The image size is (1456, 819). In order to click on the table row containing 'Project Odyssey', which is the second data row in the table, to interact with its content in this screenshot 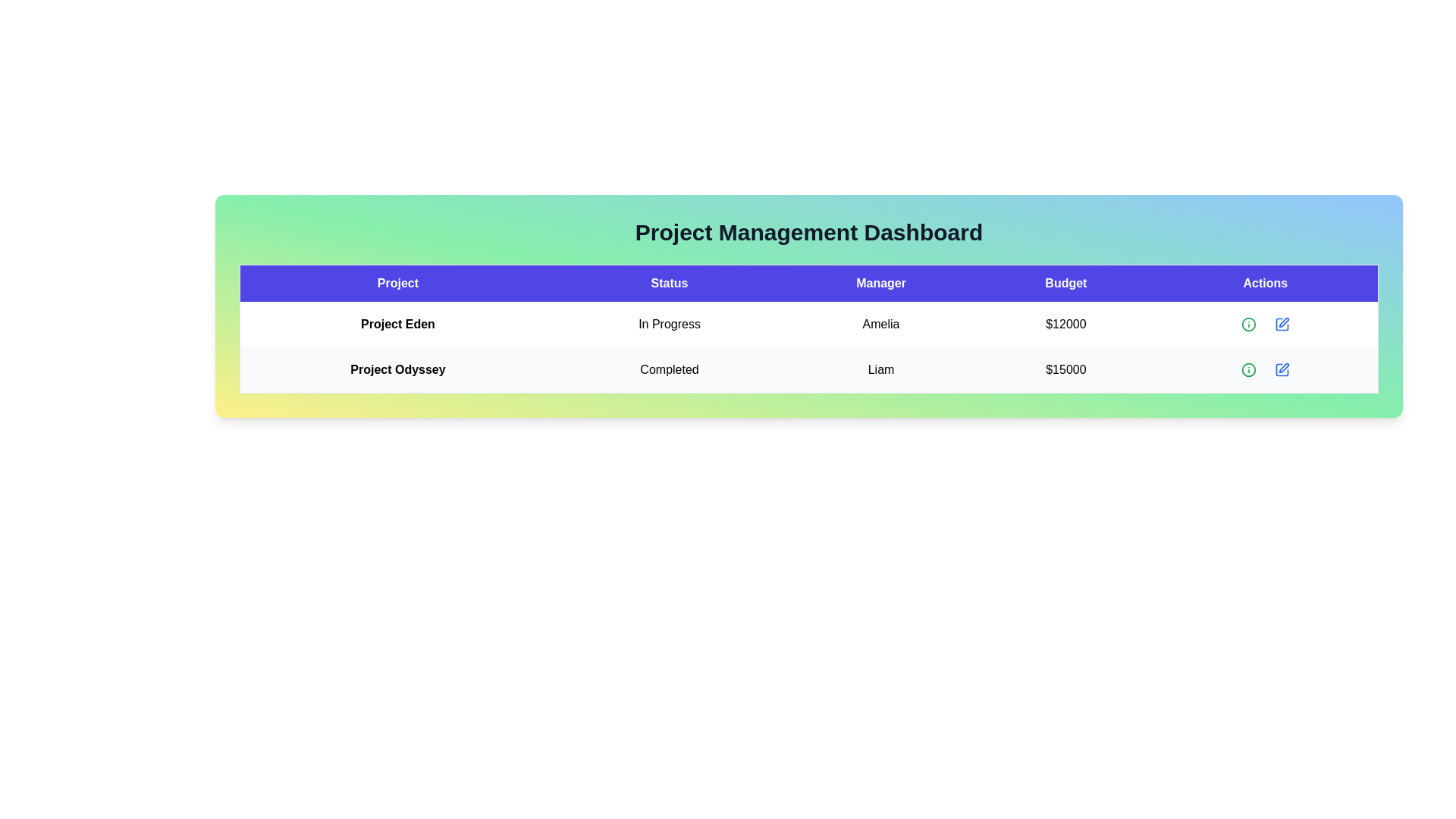, I will do `click(808, 370)`.